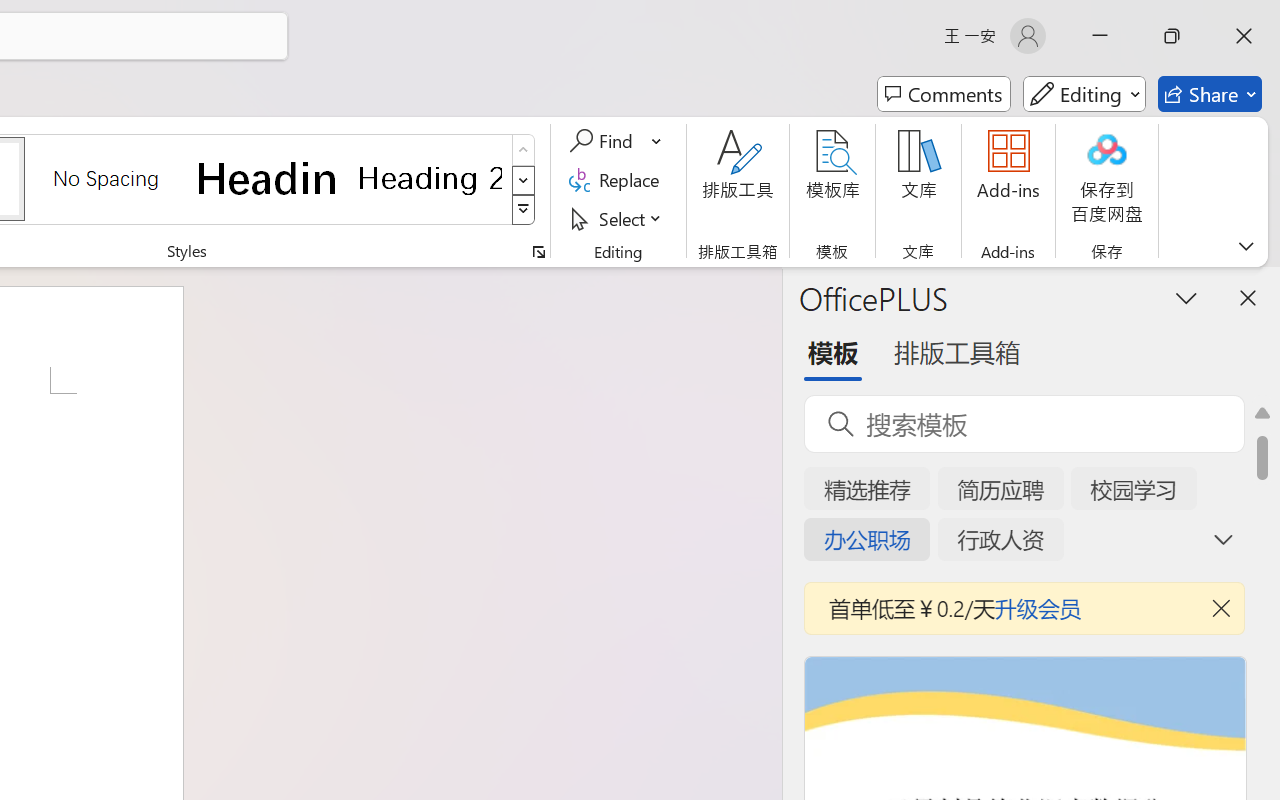  What do you see at coordinates (943, 94) in the screenshot?
I see `'Comments'` at bounding box center [943, 94].